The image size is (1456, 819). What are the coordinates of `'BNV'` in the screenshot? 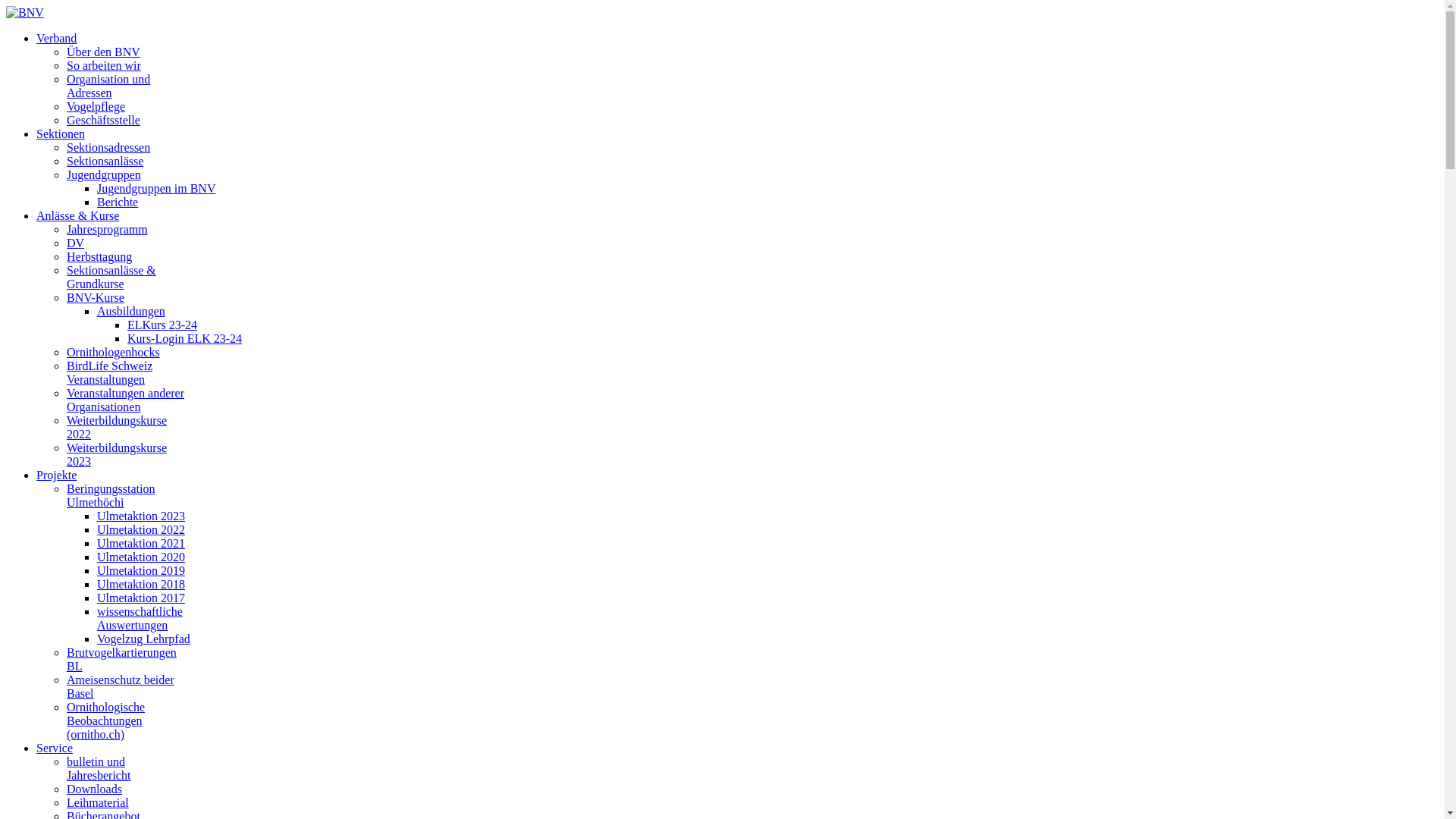 It's located at (6, 12).